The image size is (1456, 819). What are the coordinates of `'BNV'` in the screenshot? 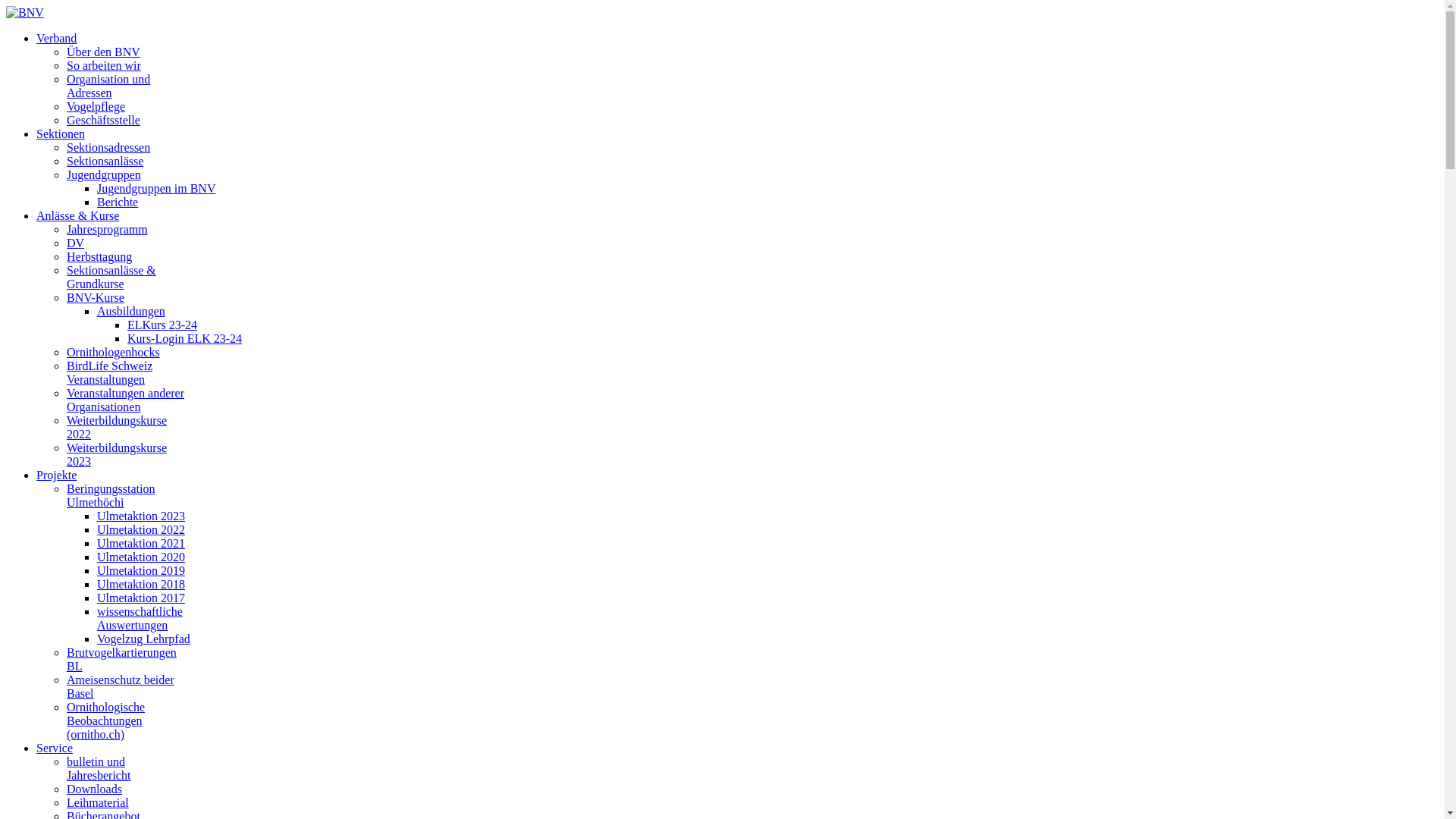 It's located at (6, 12).